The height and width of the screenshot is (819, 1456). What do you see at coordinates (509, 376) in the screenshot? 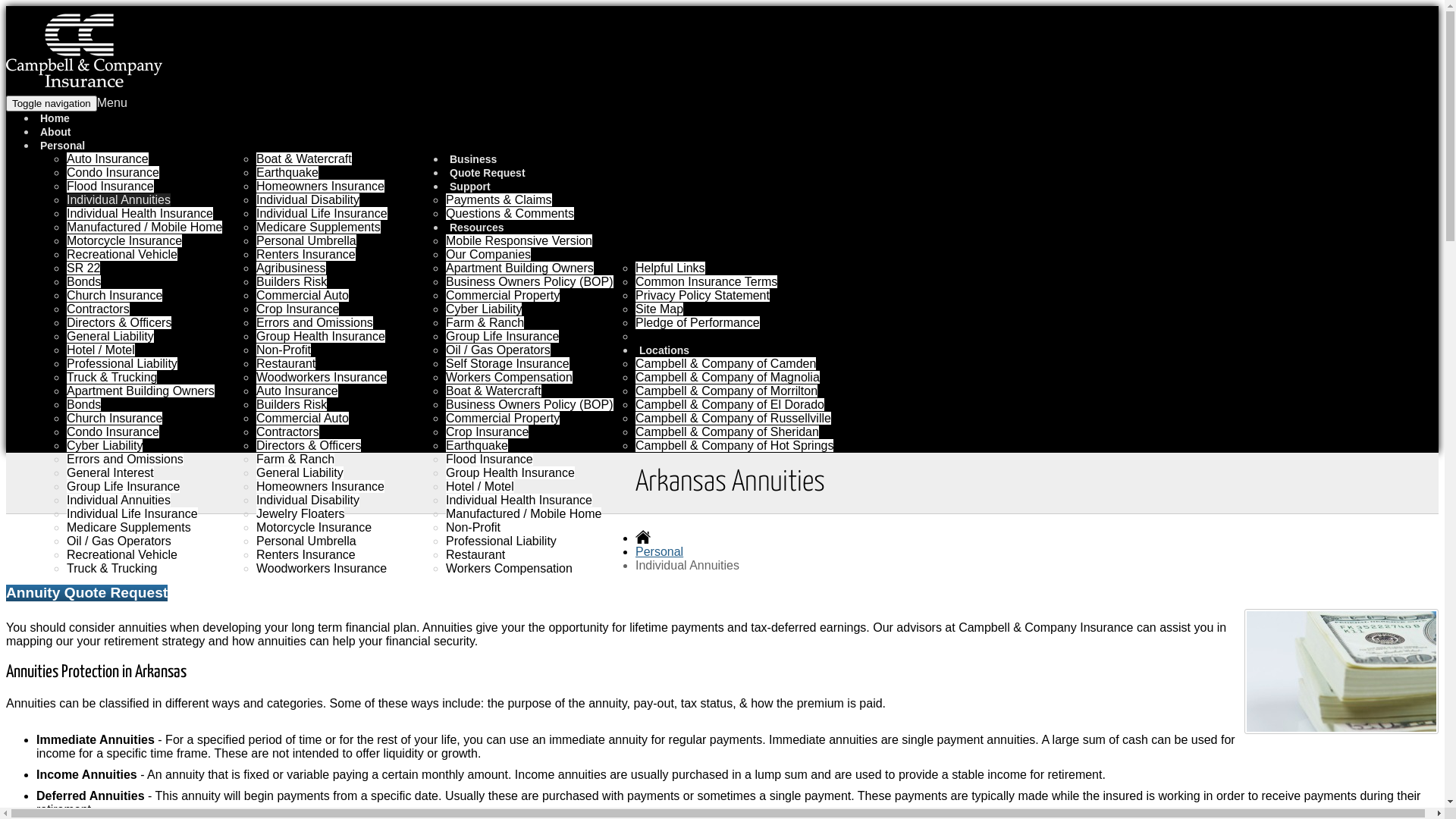
I see `'Workers Compensation'` at bounding box center [509, 376].